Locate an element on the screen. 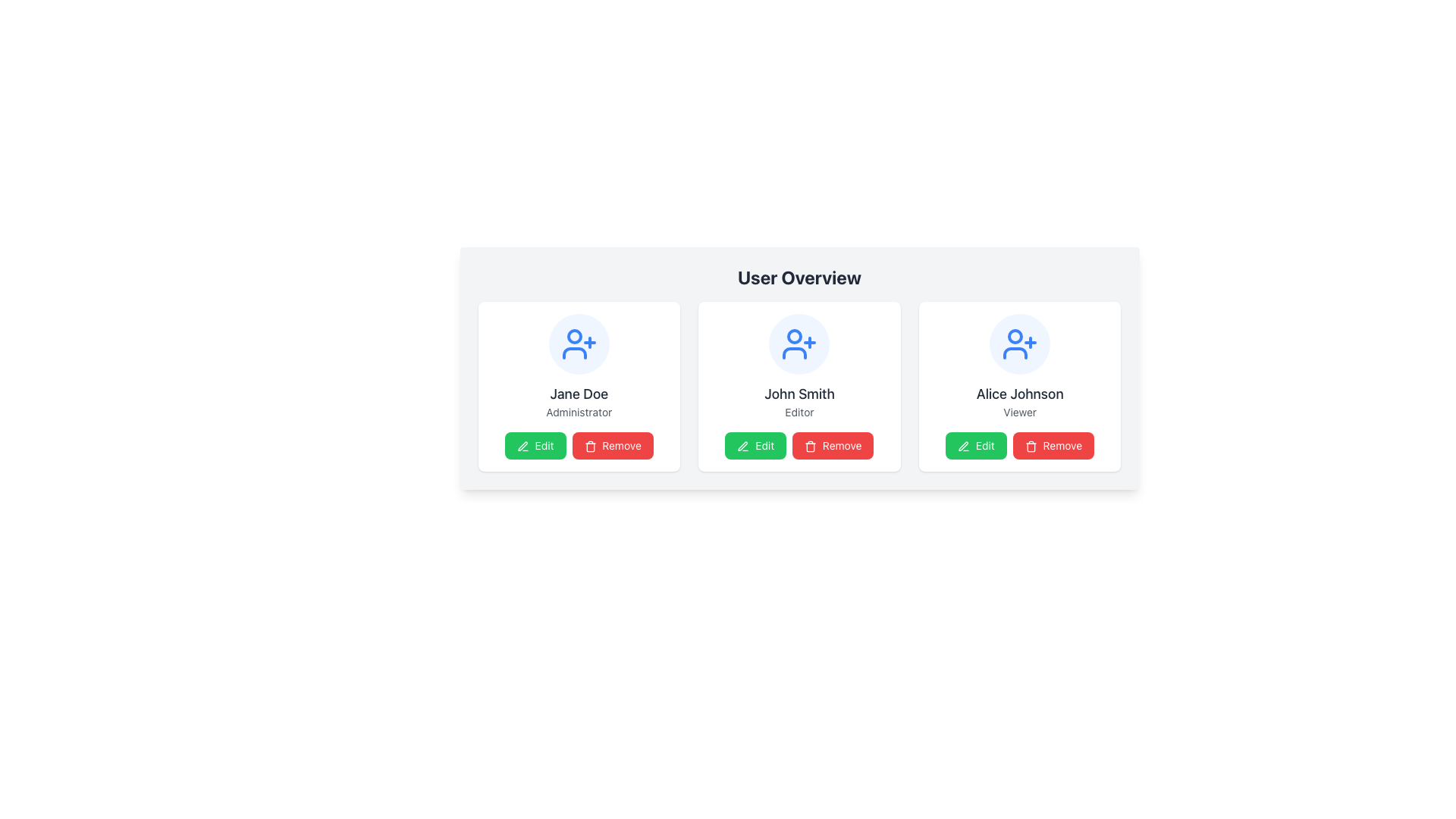  the user role/profile icon located at the top of the central card labeled 'John Smith' is located at coordinates (799, 344).